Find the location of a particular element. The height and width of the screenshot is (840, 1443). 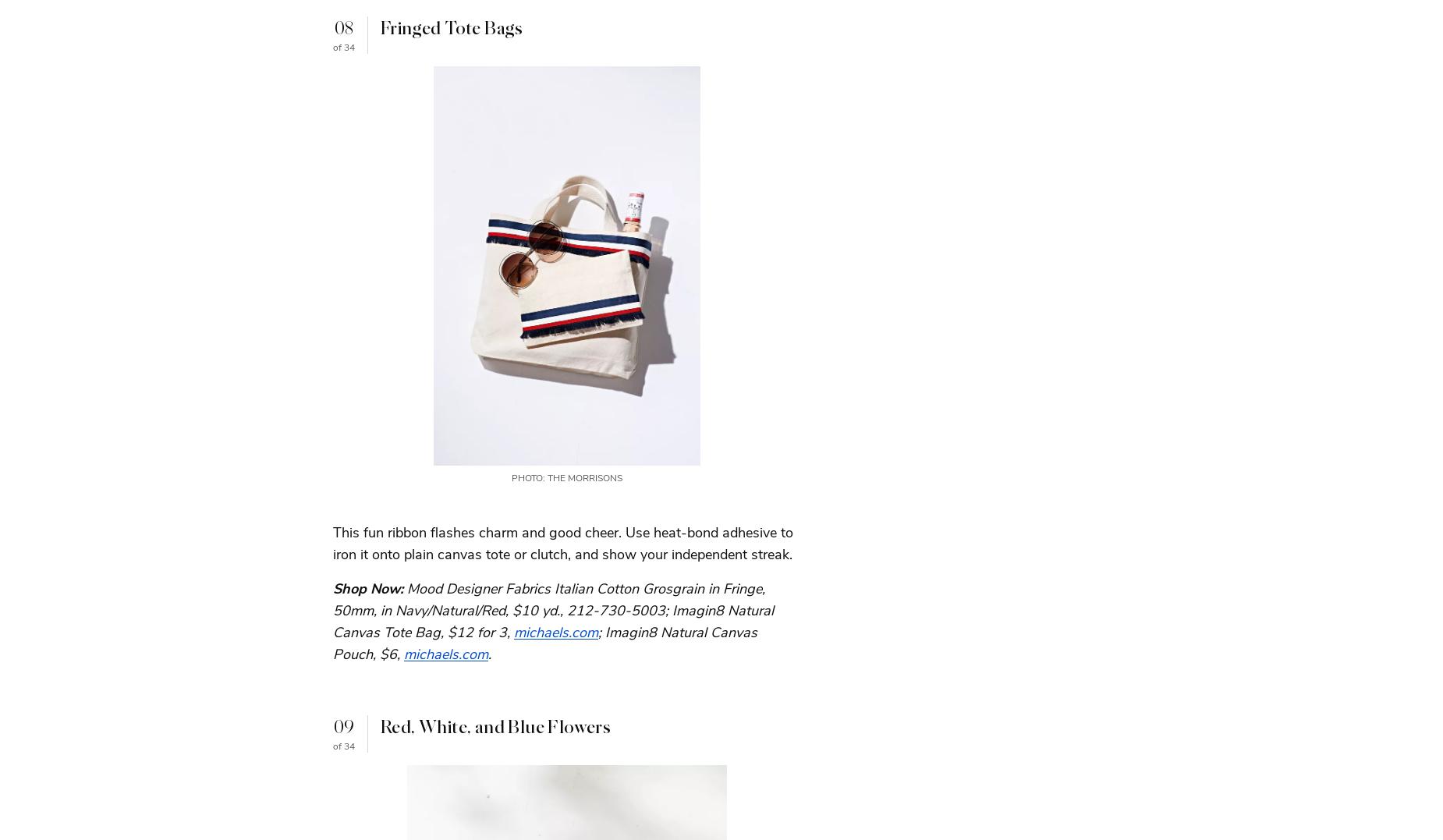

'This fun ribbon flashes charm and good cheer. Use heat-bond adhesive to iron it onto plain canvas tote or clutch, and show your independent streak.' is located at coordinates (563, 541).